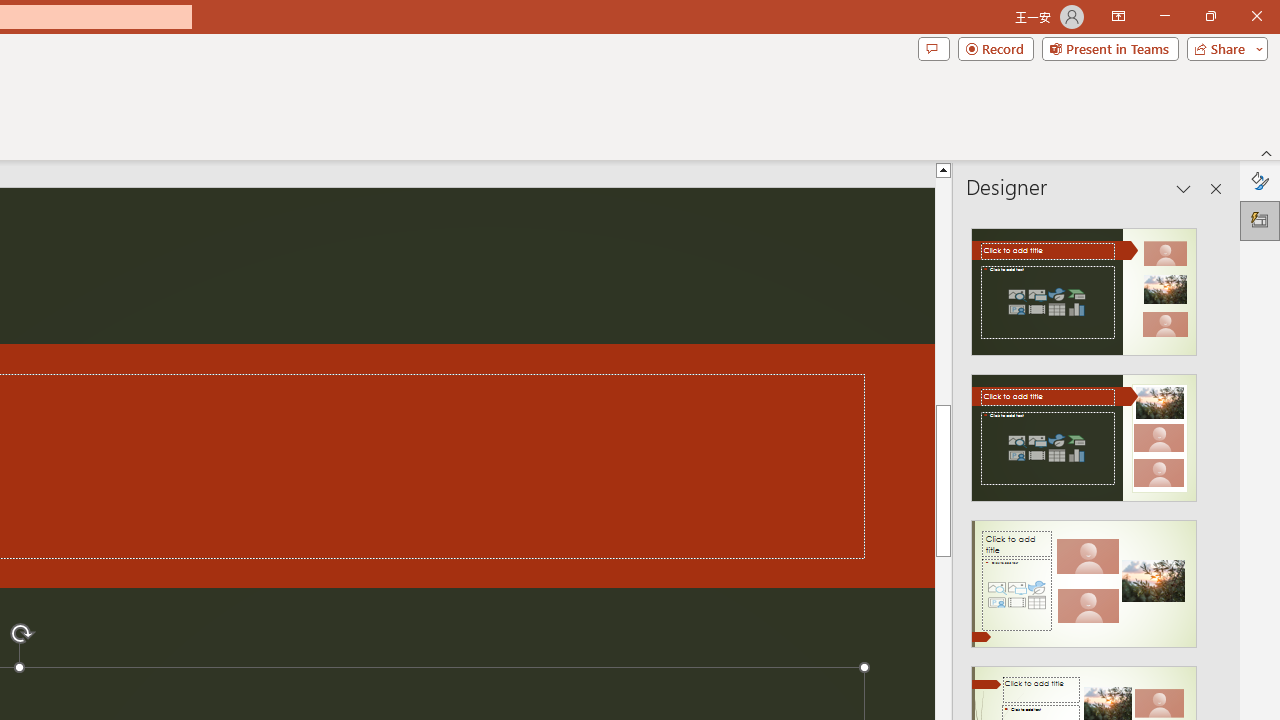 Image resolution: width=1280 pixels, height=720 pixels. Describe the element at coordinates (1259, 181) in the screenshot. I see `'Format Background'` at that location.